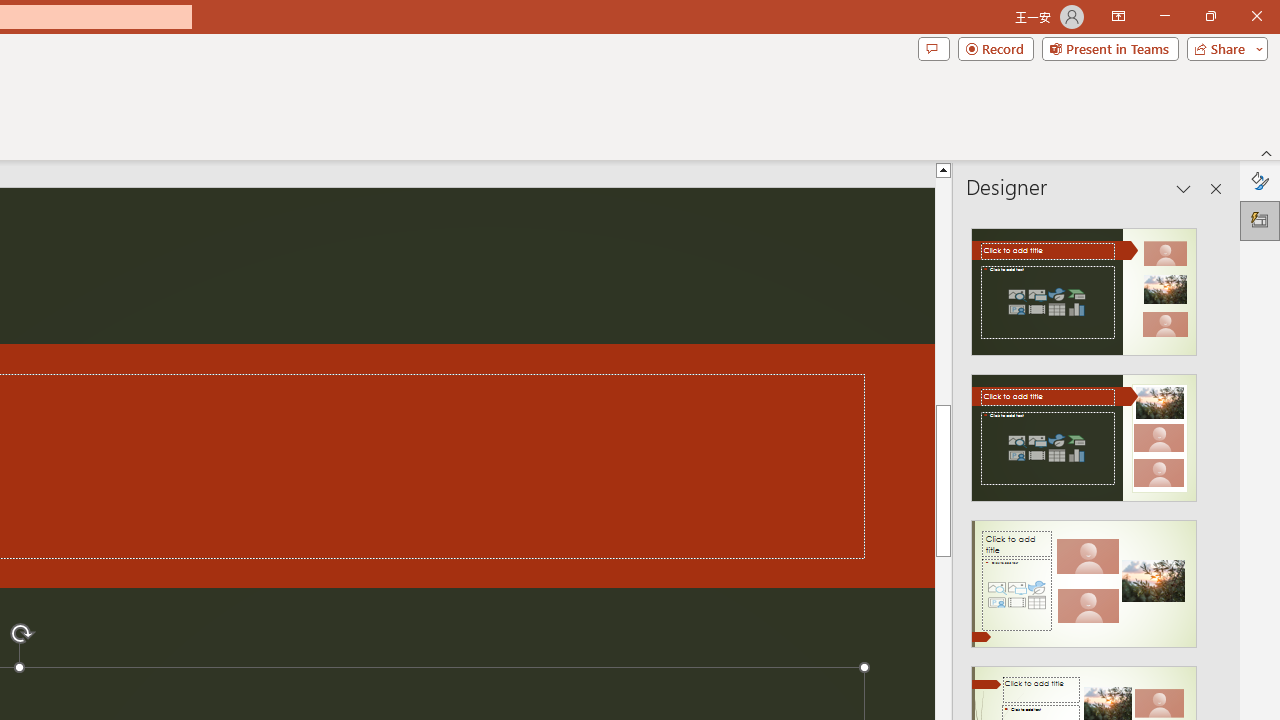 Image resolution: width=1280 pixels, height=720 pixels. Describe the element at coordinates (1259, 181) in the screenshot. I see `'Format Background'` at that location.